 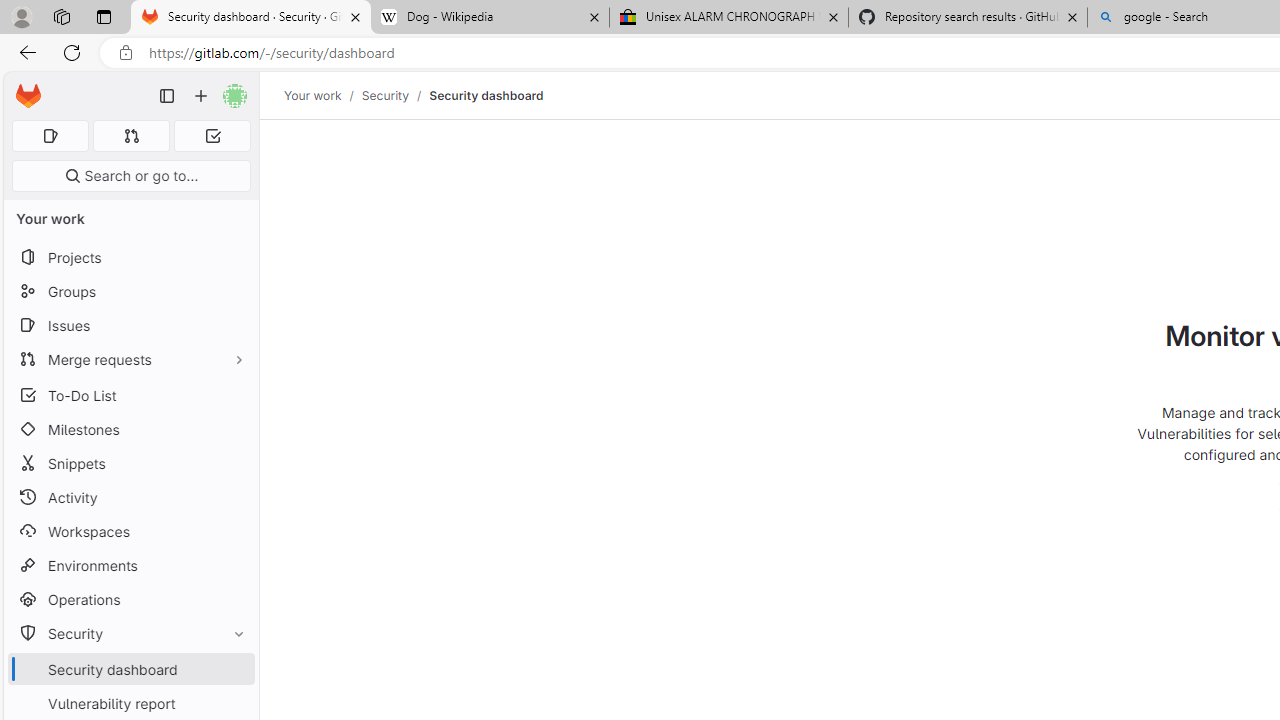 I want to click on 'Snippets', so click(x=130, y=463).